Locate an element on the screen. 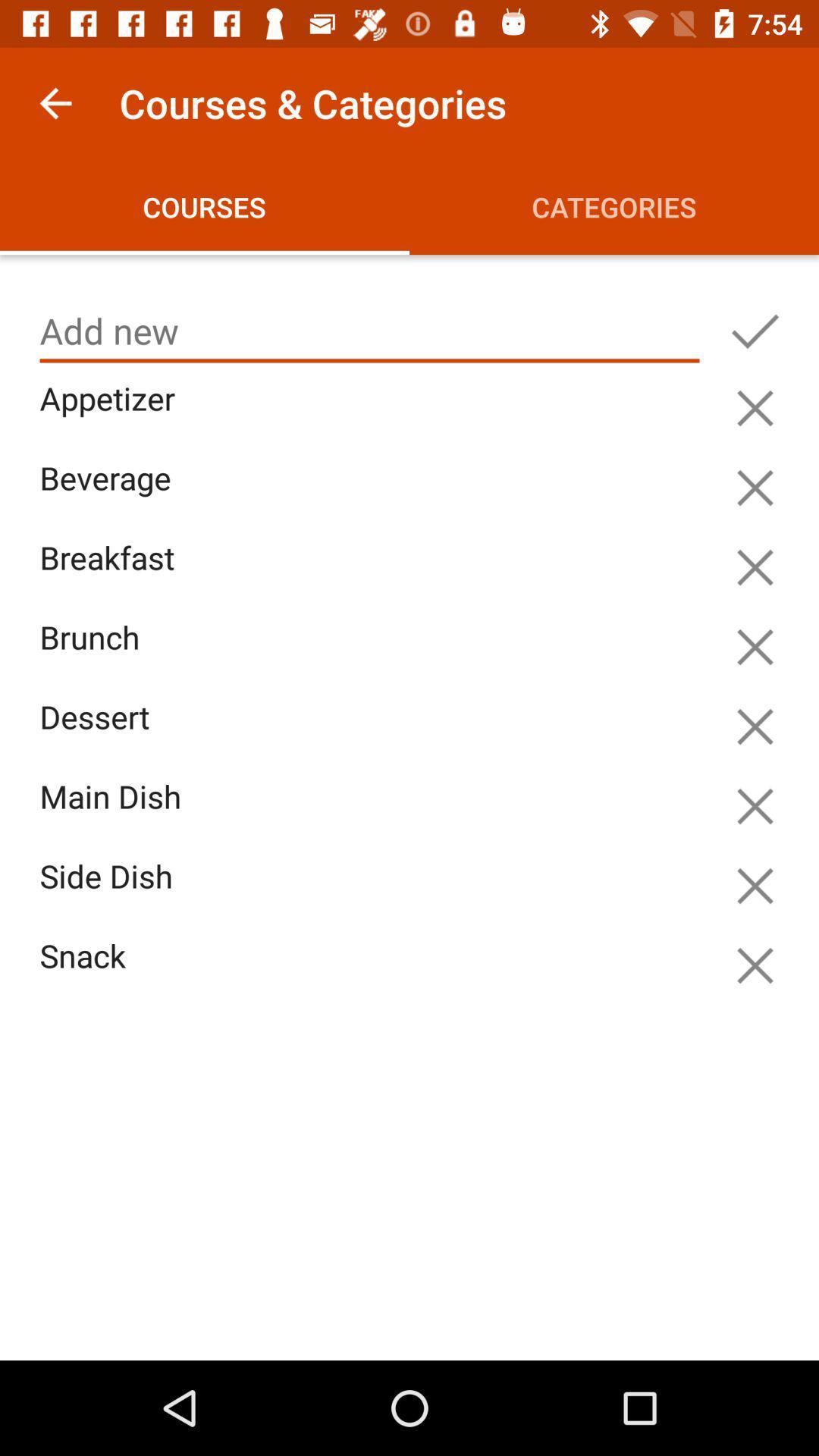  what to add is located at coordinates (369, 331).